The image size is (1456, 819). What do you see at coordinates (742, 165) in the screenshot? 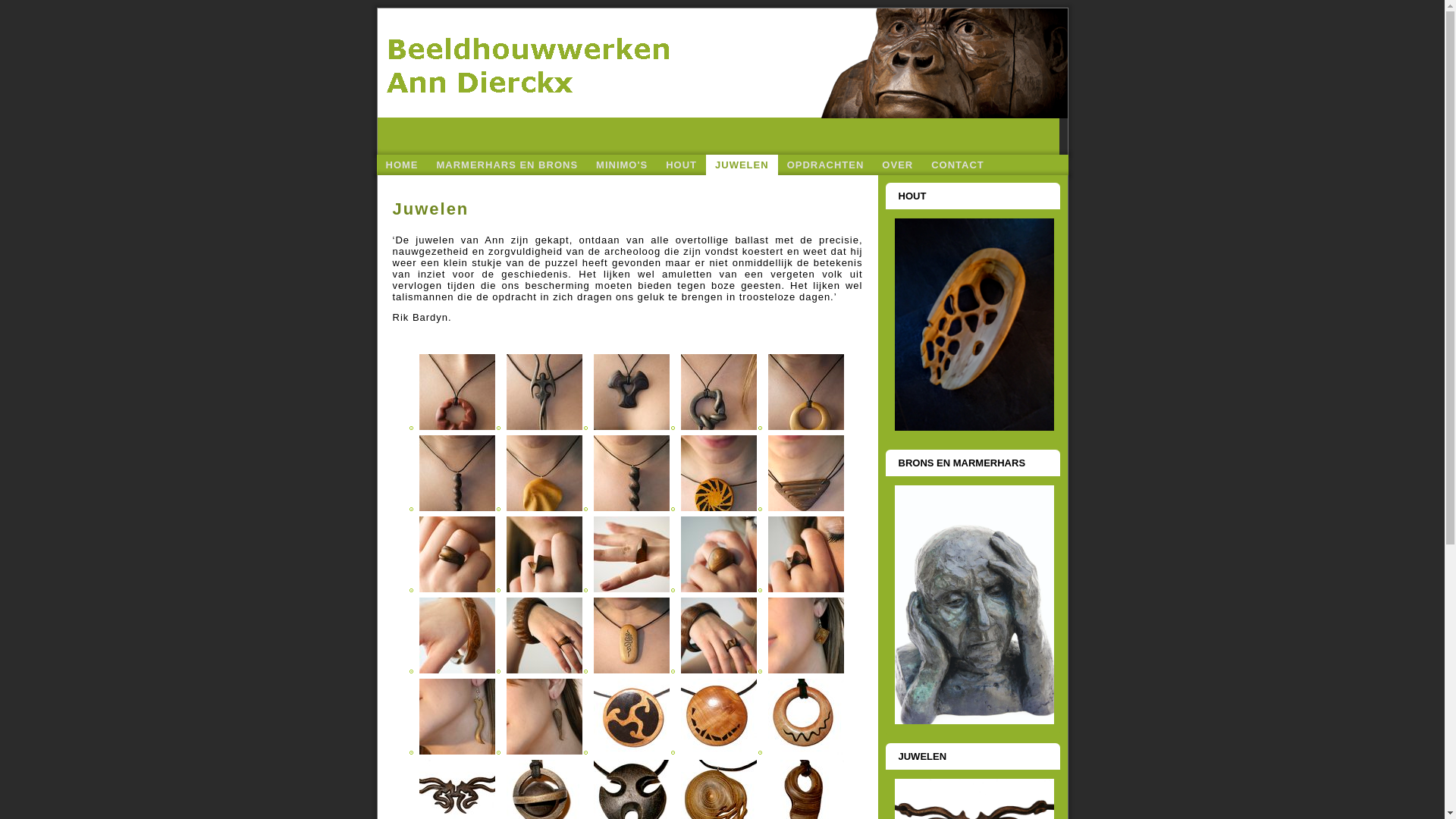
I see `'JUWELEN'` at bounding box center [742, 165].